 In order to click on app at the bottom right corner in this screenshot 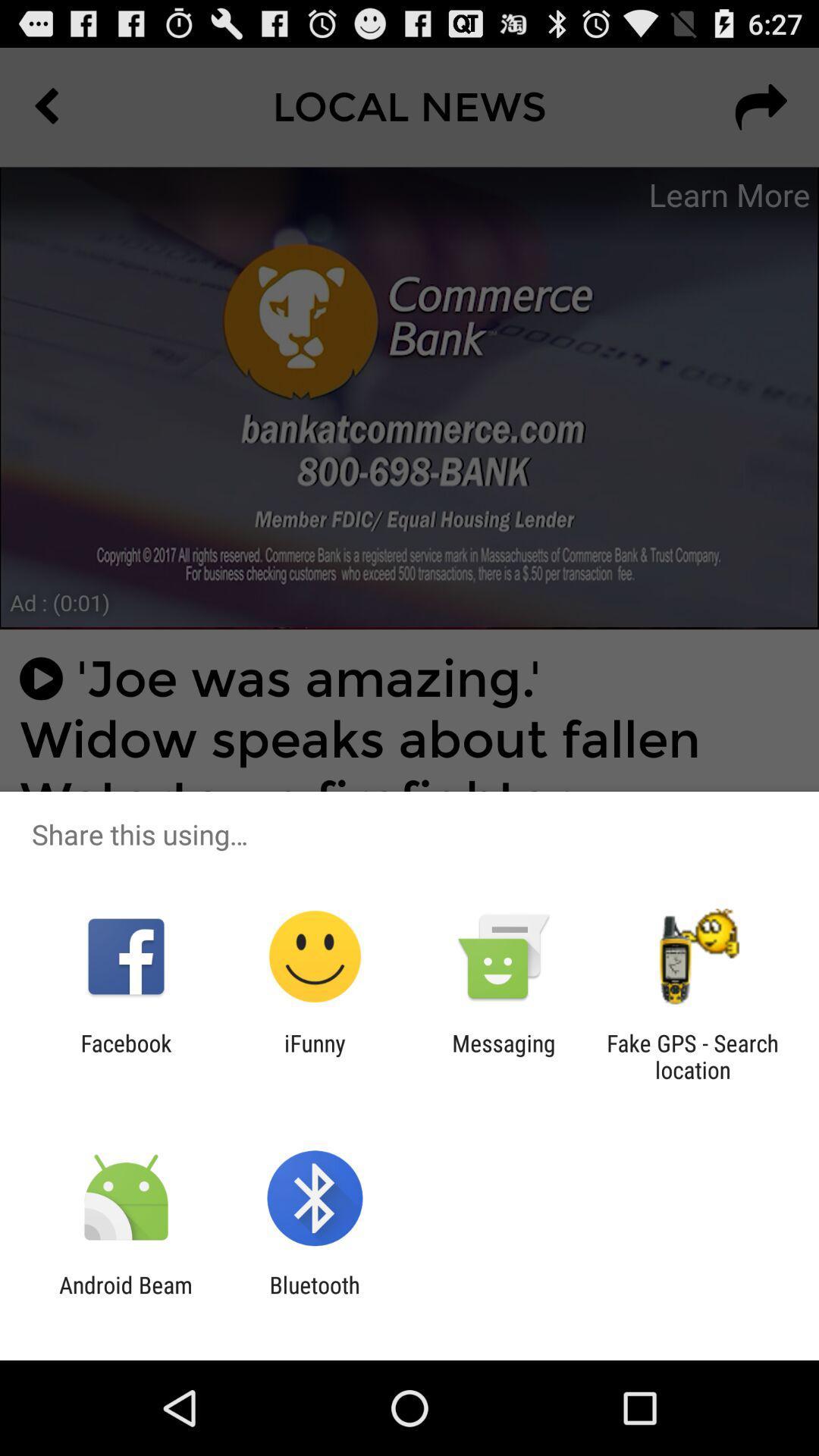, I will do `click(692, 1056)`.